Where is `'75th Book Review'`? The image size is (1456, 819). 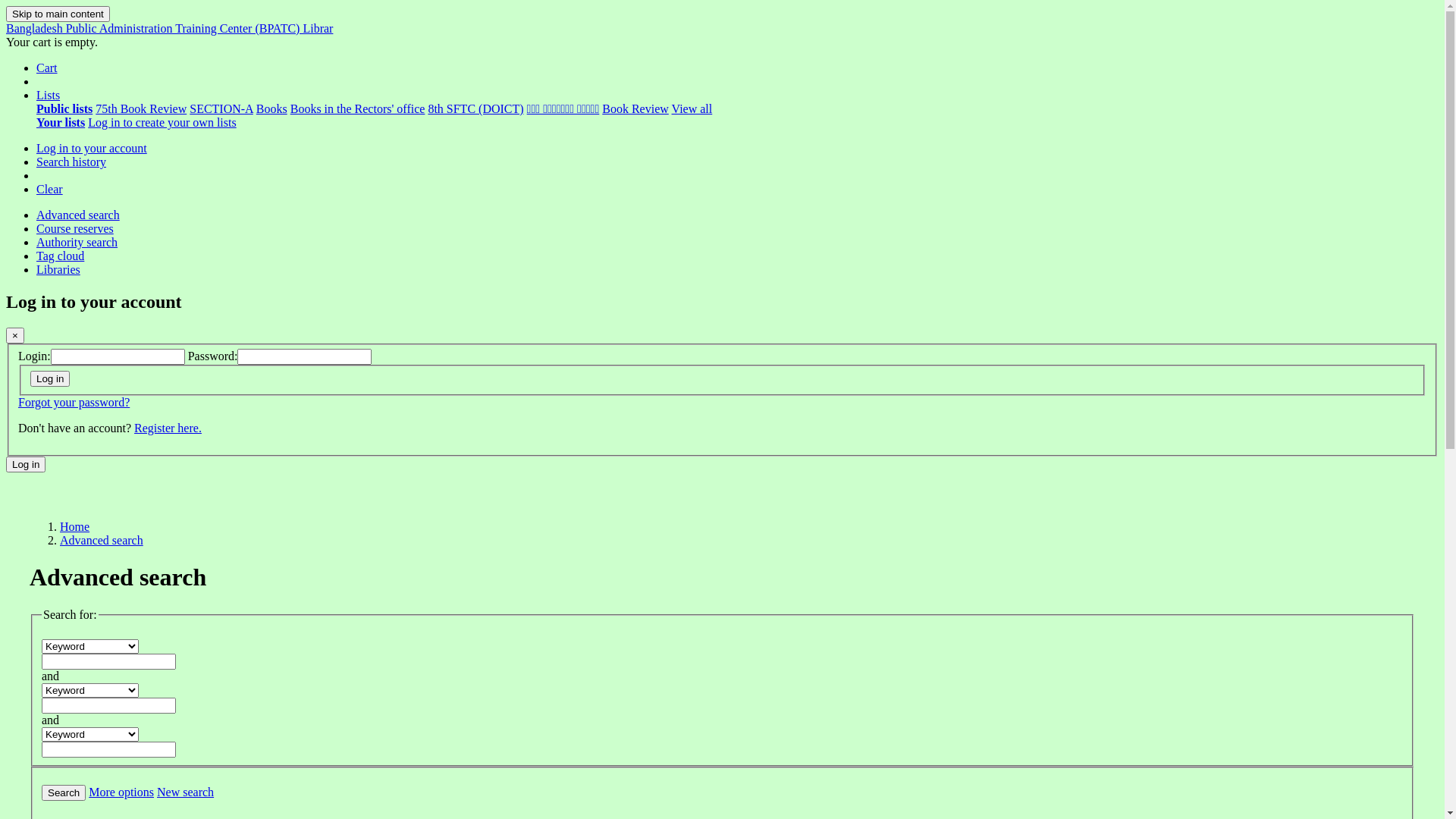 '75th Book Review' is located at coordinates (141, 108).